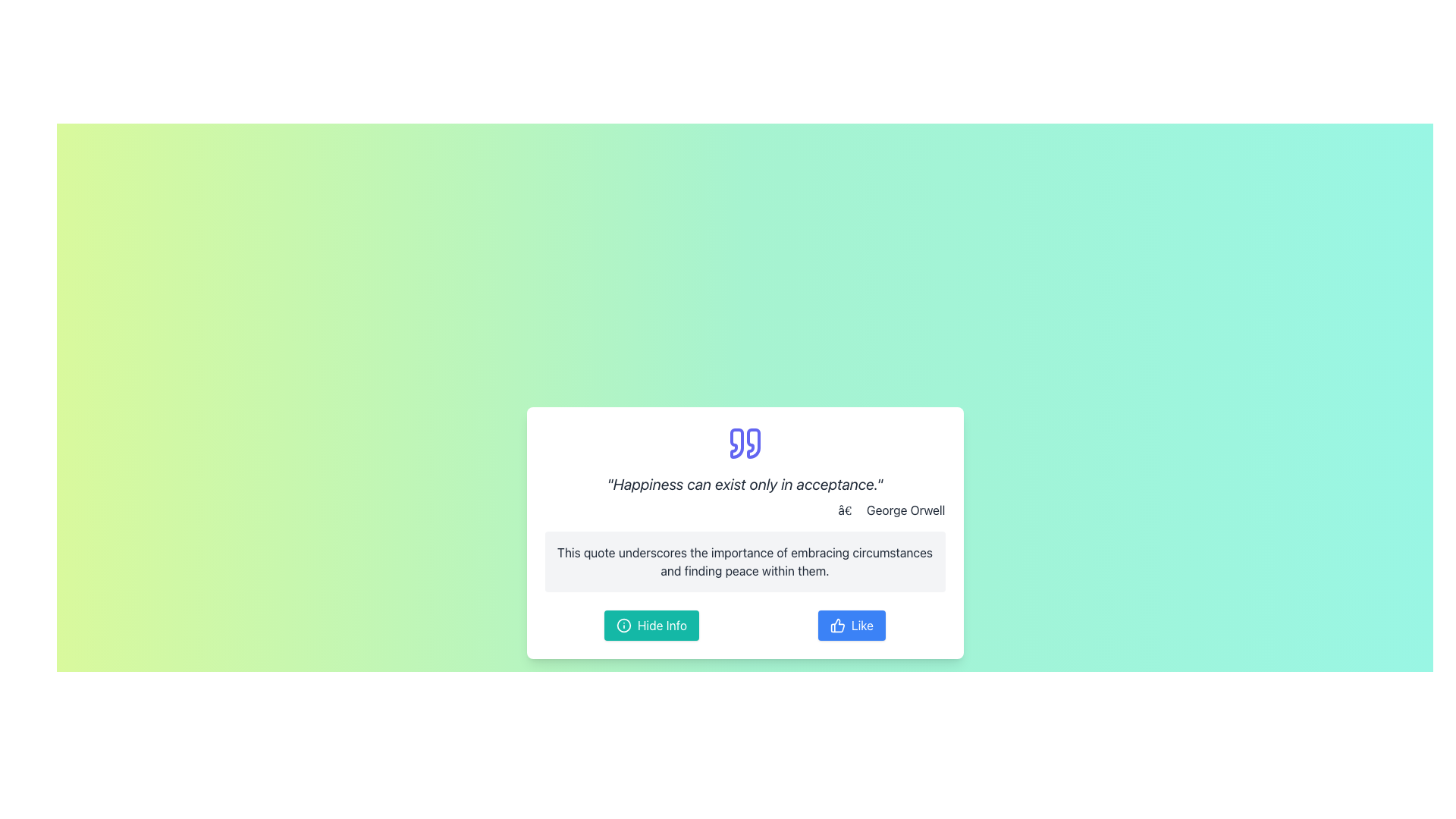  Describe the element at coordinates (745, 561) in the screenshot. I see `the Descriptive Text Box containing the quote about embracing circumstances and finding peace` at that location.